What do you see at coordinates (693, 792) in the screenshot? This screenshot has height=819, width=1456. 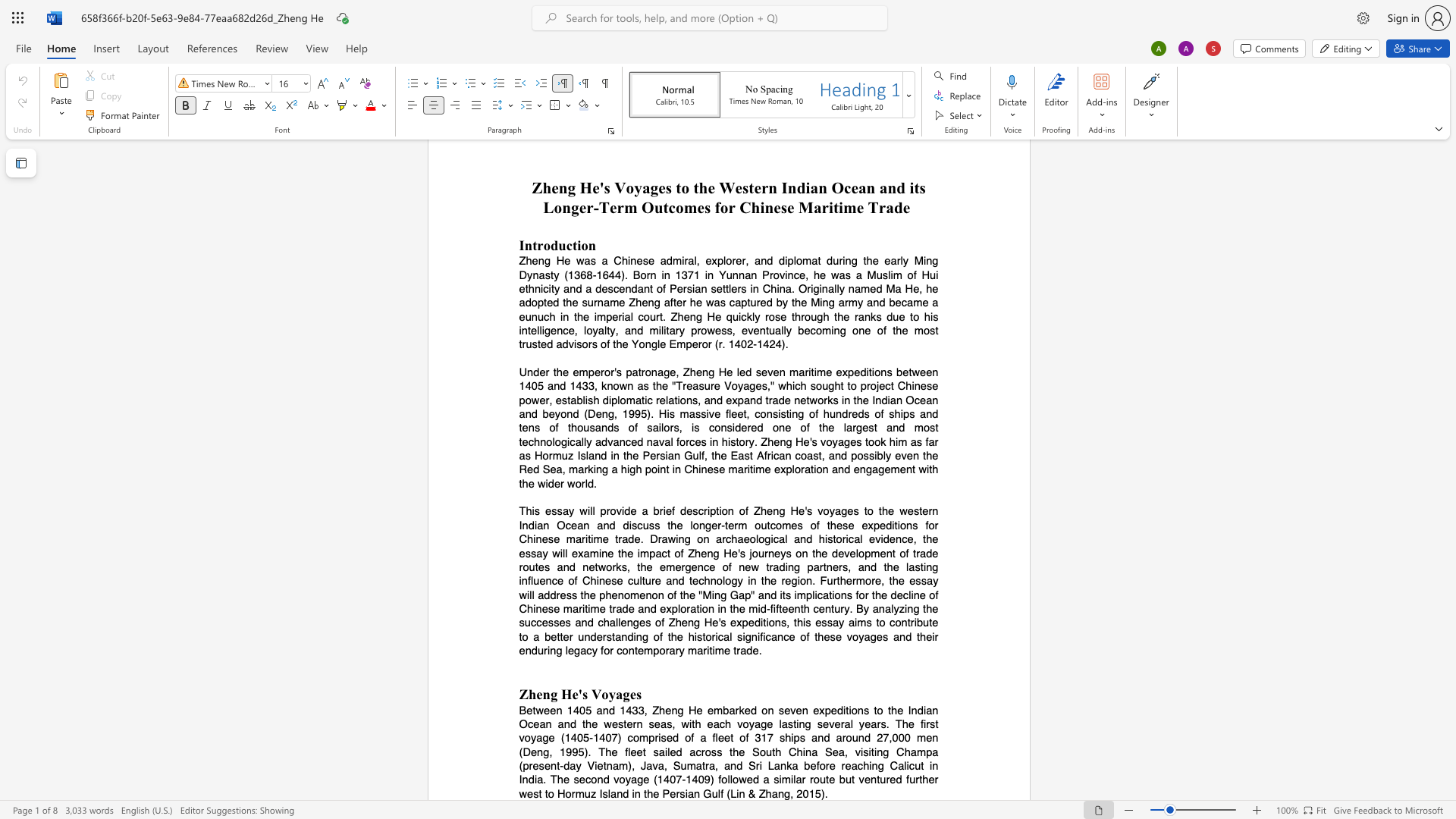 I see `the subset text "n Gulf (Lin & Zhang, 2015)" within the text "in India. The second voyage (1407-1409) followed a similar route but ventured further west to Hormuz Island in the Persian Gulf (Lin & Zhang, 2015)."` at bounding box center [693, 792].